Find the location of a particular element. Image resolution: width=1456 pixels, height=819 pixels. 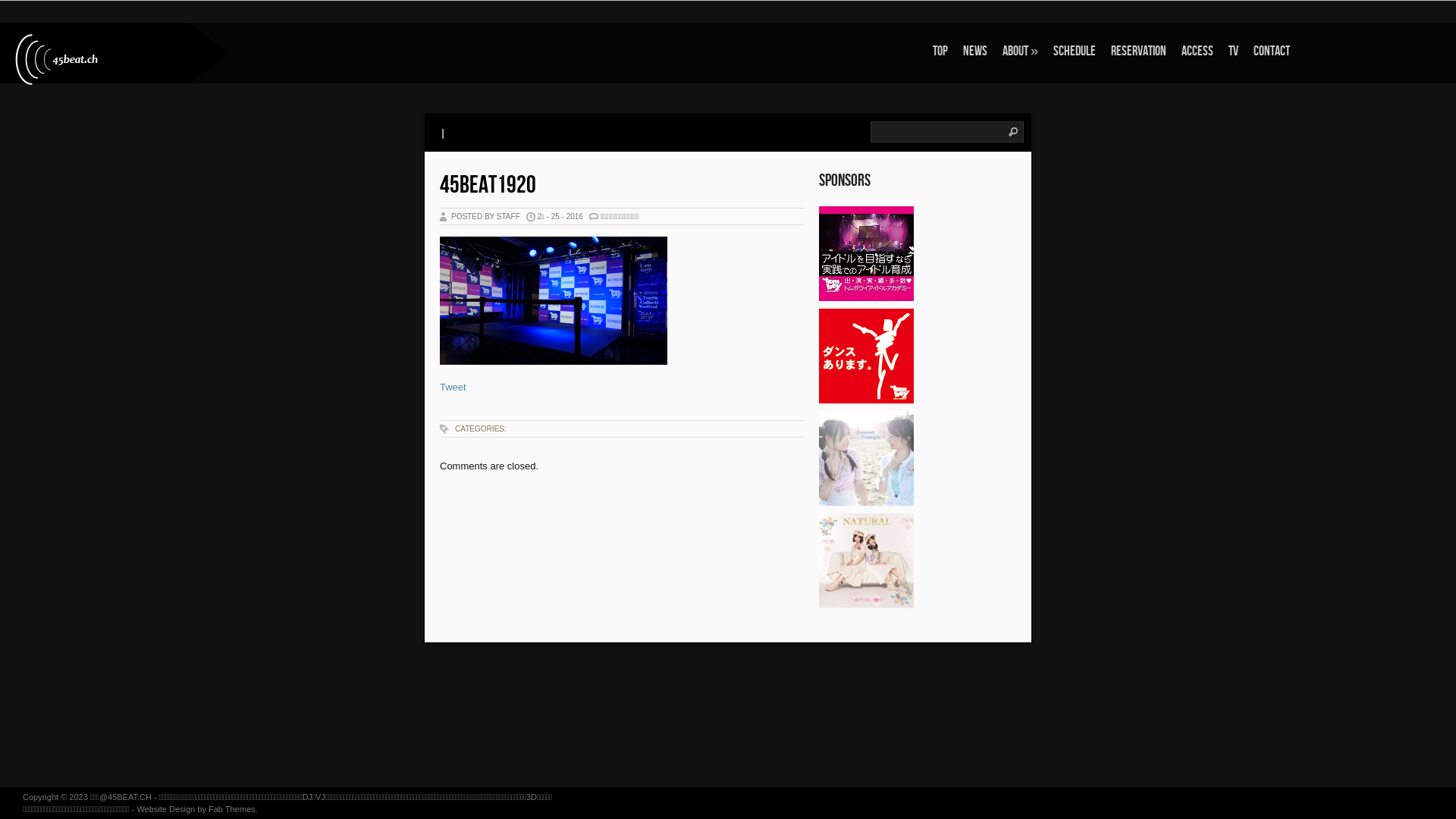

'Website Design' is located at coordinates (165, 808).